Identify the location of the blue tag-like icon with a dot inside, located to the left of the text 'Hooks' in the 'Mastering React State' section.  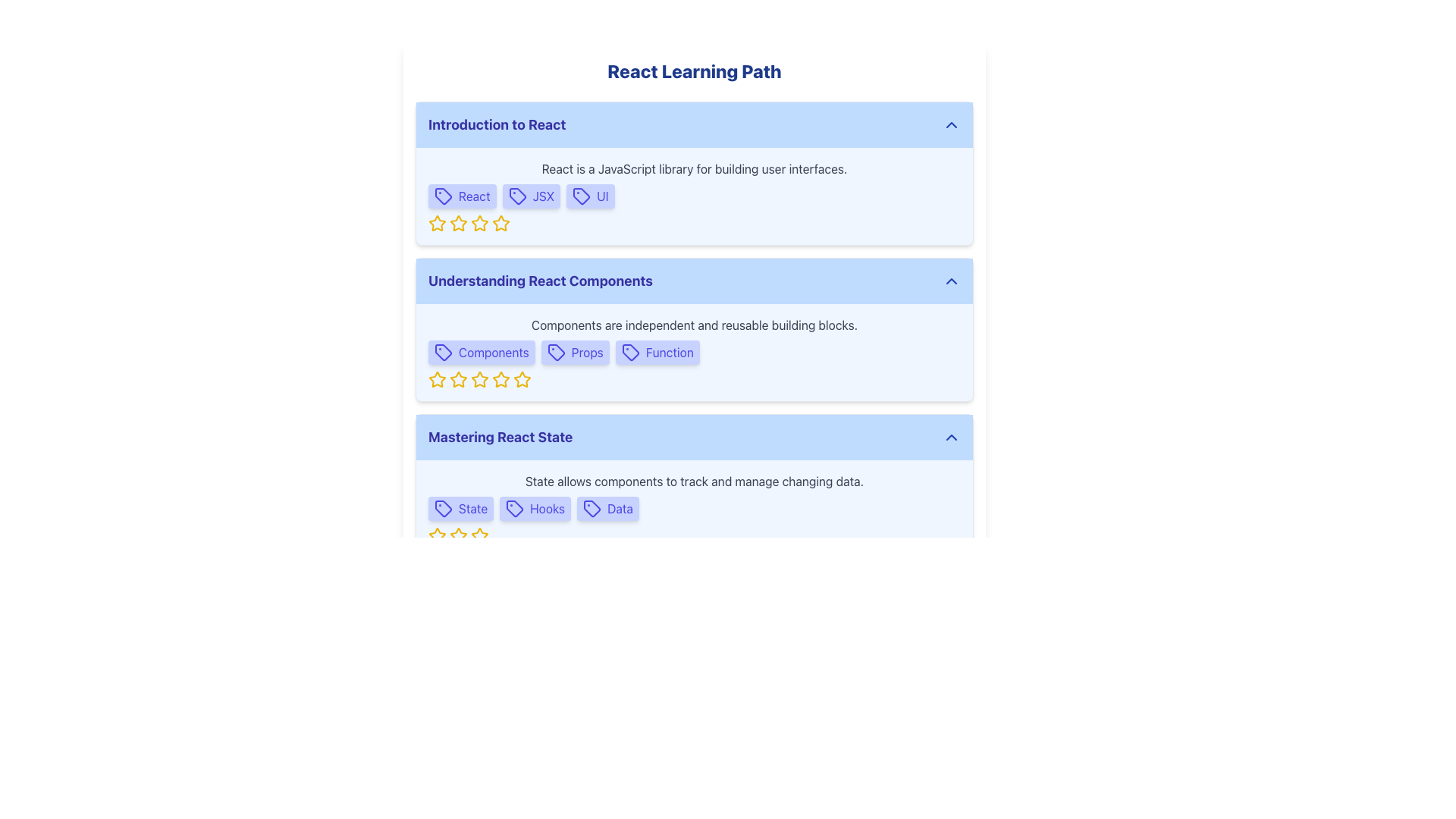
(515, 509).